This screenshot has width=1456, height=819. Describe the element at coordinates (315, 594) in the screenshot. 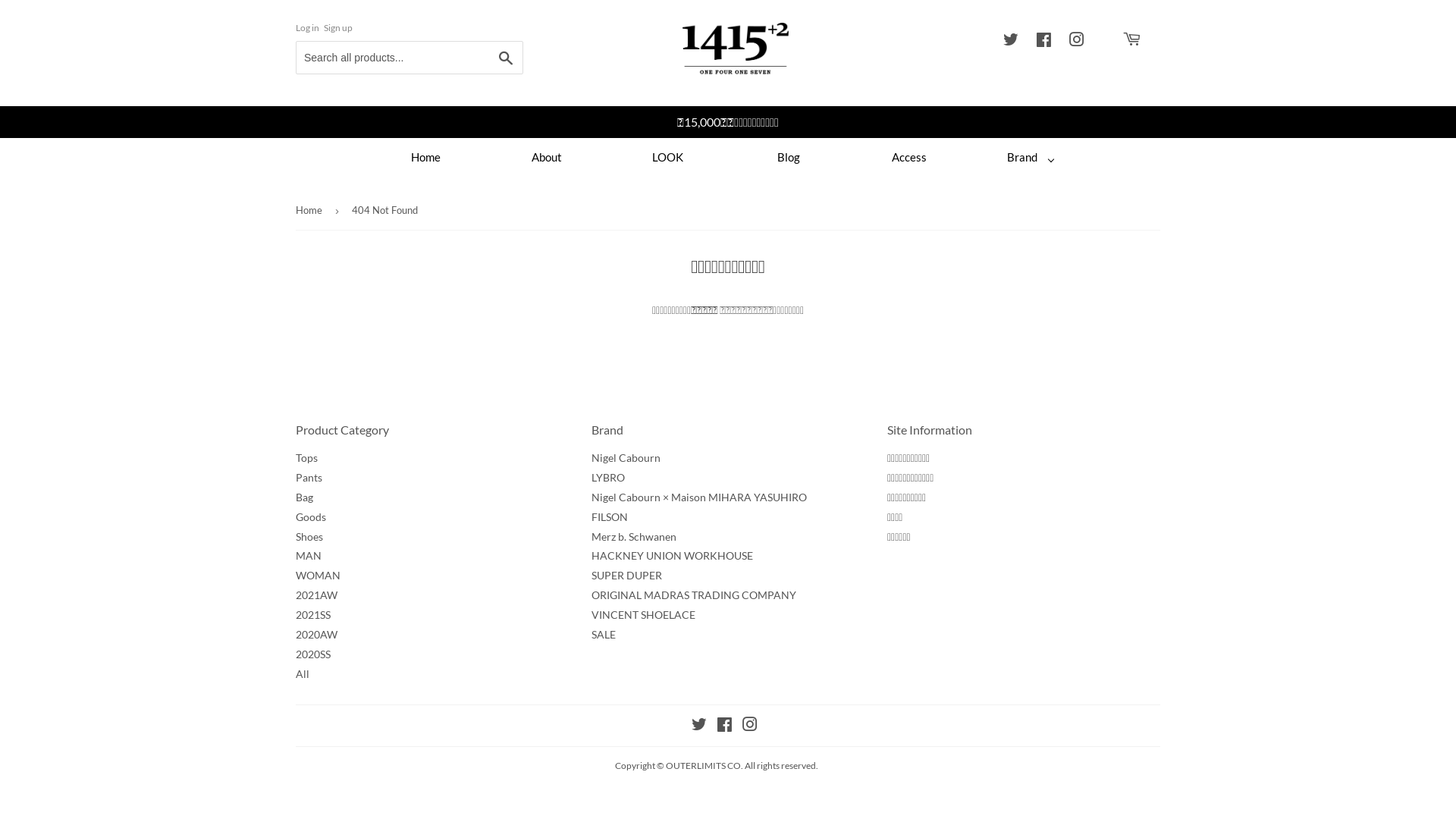

I see `'2021AW'` at that location.